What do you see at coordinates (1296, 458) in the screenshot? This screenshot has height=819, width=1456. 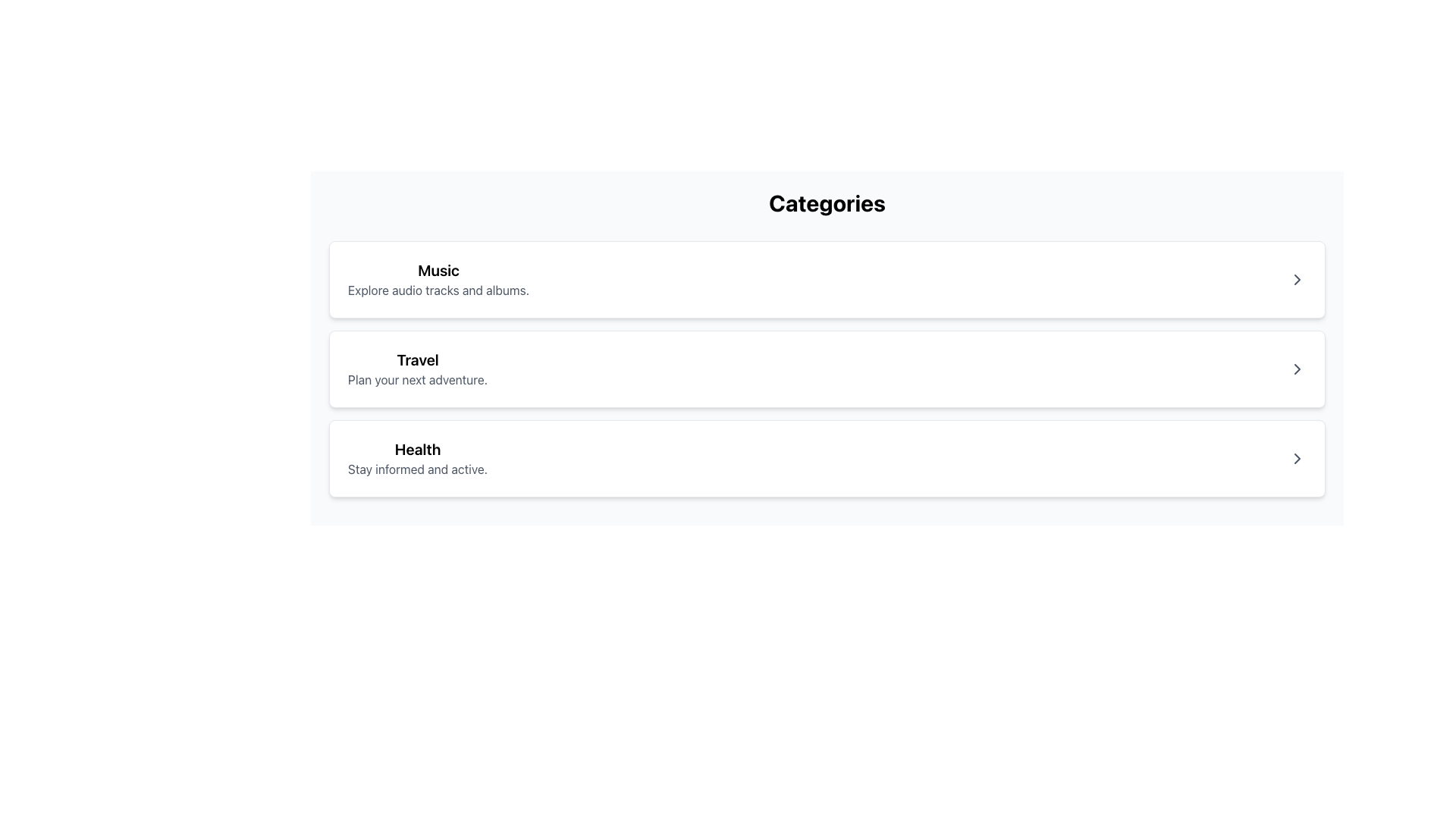 I see `the gray right-pointing chevron icon located at the far-right end of the 'Health' card in the 'Categories' section` at bounding box center [1296, 458].